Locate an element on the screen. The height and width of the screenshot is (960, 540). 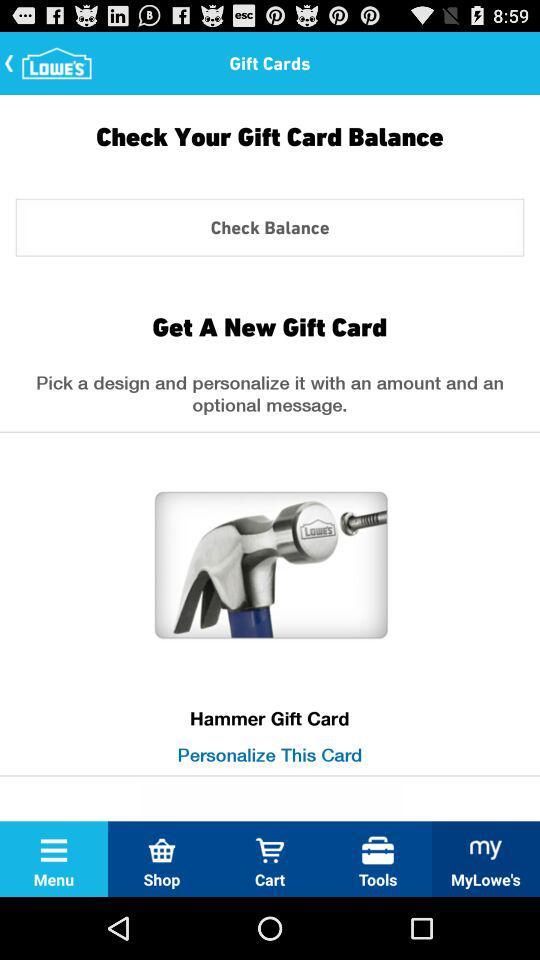
icon below the hammer gift card icon is located at coordinates (269, 753).